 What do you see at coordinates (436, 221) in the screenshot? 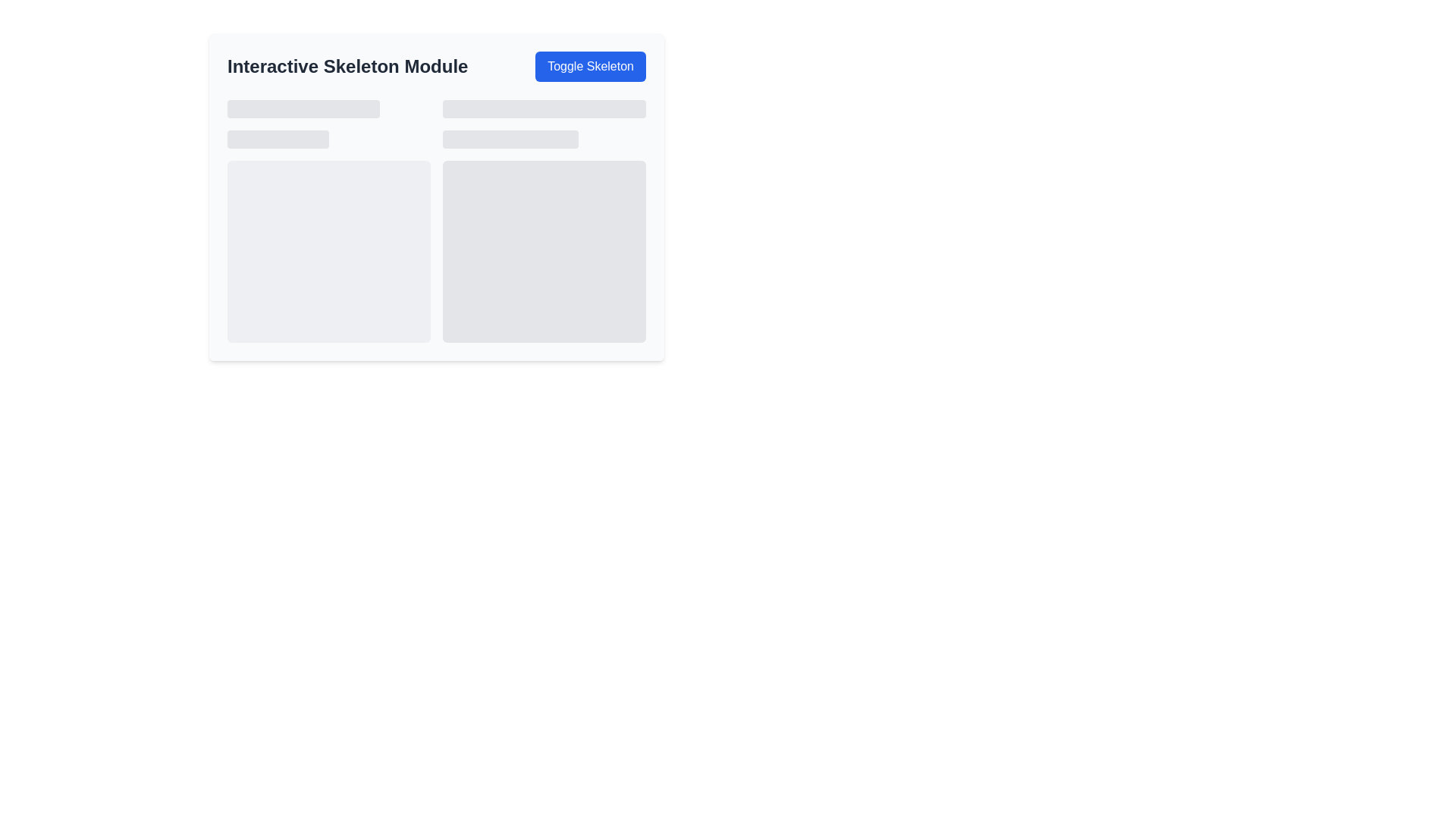
I see `the grid layout containing placeholder elements styled as rectangular blocks with rounded corners and a gray background, located directly below the title 'Interactive Skeleton Module' and the 'Toggle Skeleton' button` at bounding box center [436, 221].